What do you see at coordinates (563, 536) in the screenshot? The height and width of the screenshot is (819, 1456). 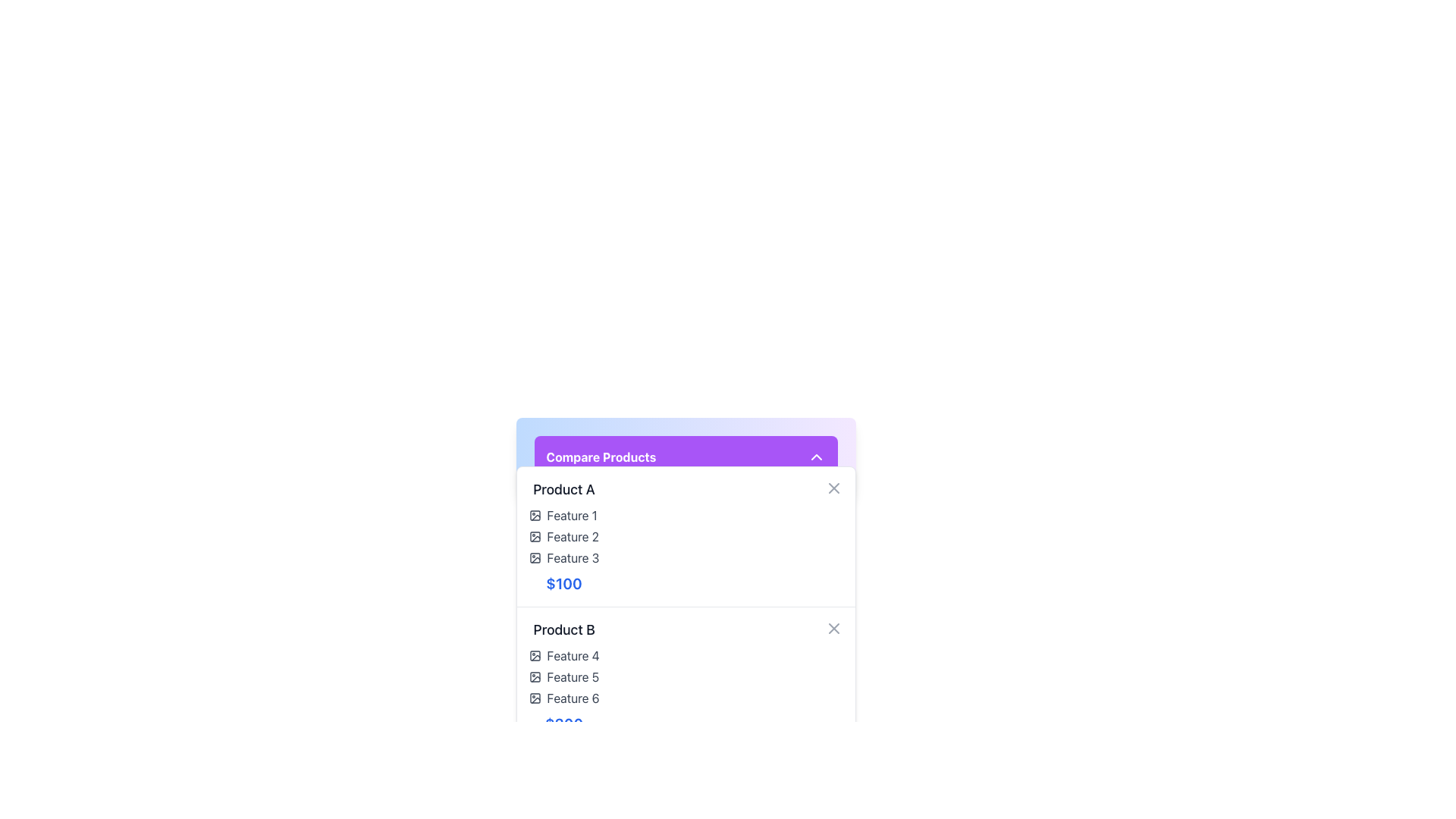 I see `list of labeled features for 'Product A', located directly under the product title and above the price text '$100'` at bounding box center [563, 536].